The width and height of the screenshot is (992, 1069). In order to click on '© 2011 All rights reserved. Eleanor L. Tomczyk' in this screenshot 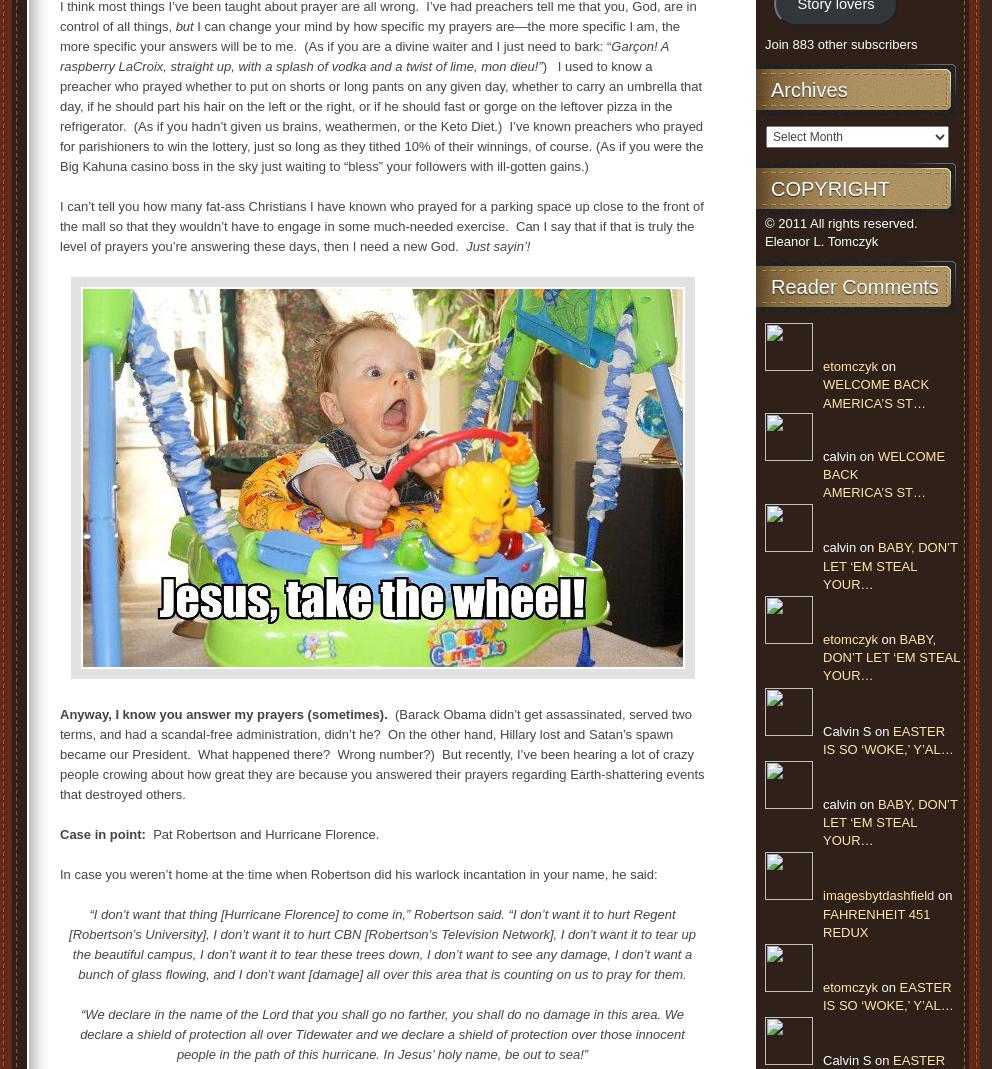, I will do `click(840, 230)`.